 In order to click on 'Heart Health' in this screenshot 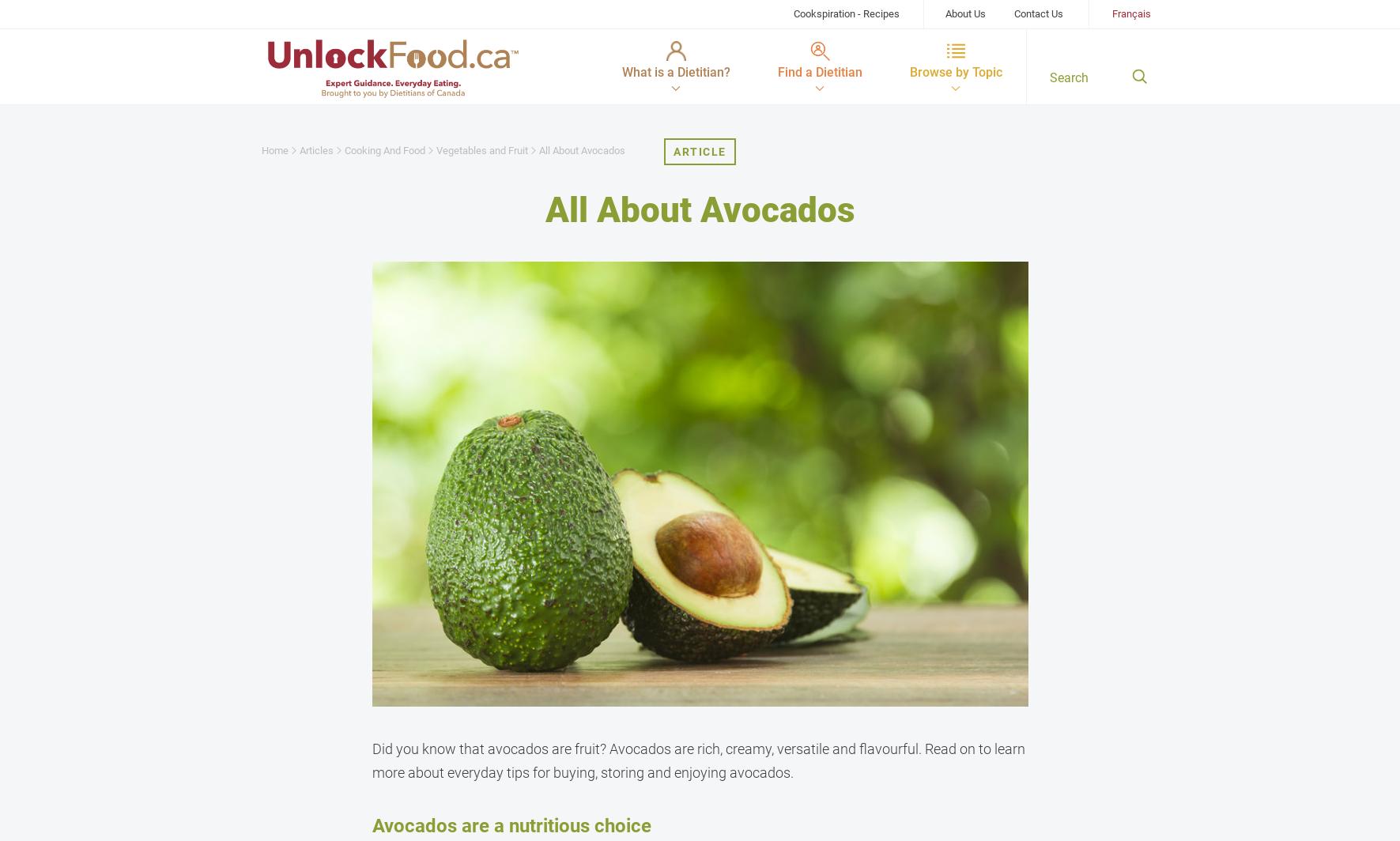, I will do `click(315, 283)`.